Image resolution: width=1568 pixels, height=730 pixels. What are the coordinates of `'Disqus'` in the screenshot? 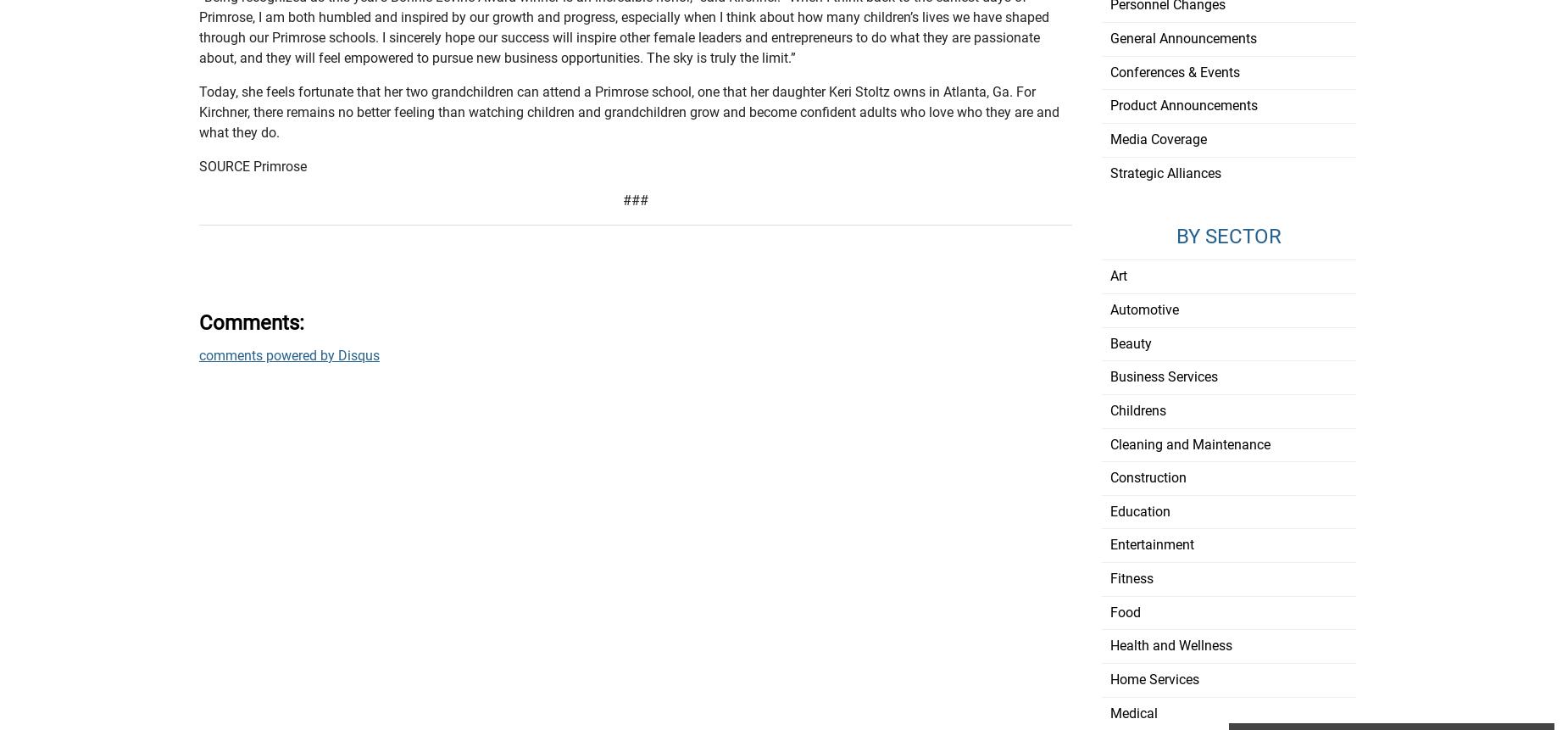 It's located at (358, 355).